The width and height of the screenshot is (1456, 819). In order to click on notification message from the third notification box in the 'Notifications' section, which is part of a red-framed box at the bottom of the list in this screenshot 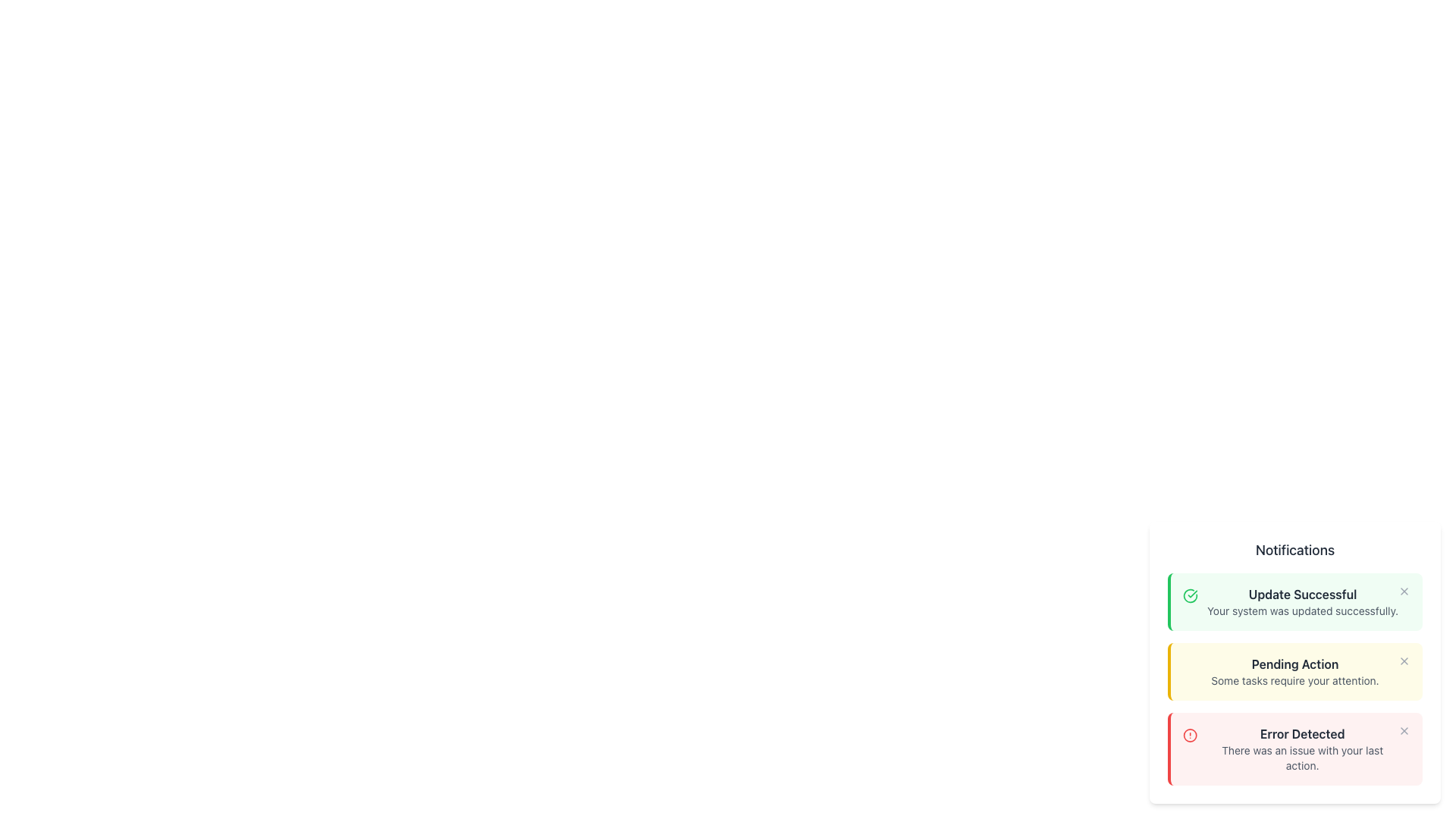, I will do `click(1295, 748)`.